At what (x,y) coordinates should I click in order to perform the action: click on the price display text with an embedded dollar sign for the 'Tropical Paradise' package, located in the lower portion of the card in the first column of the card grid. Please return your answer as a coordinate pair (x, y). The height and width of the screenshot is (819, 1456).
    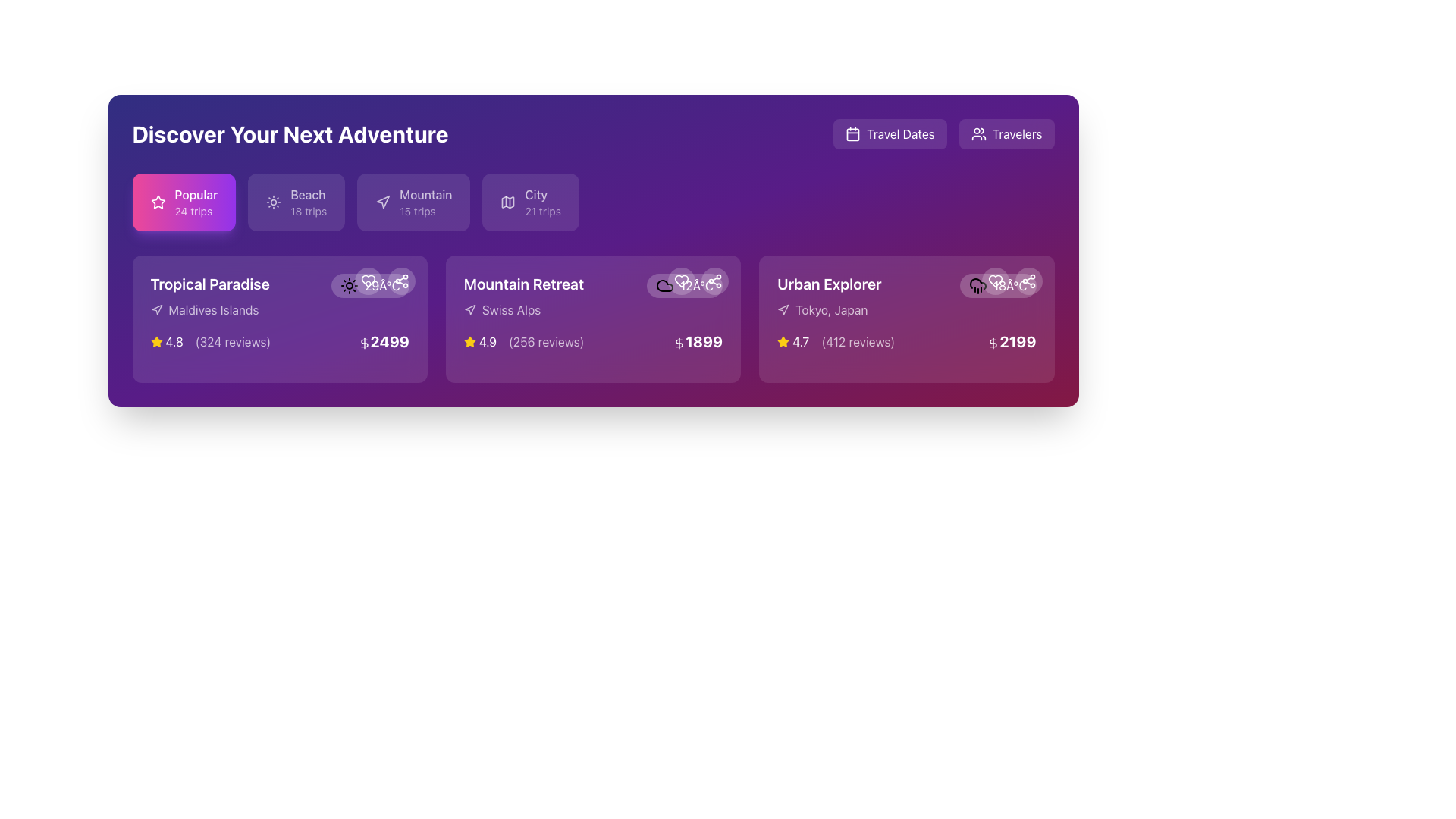
    Looking at the image, I should click on (384, 342).